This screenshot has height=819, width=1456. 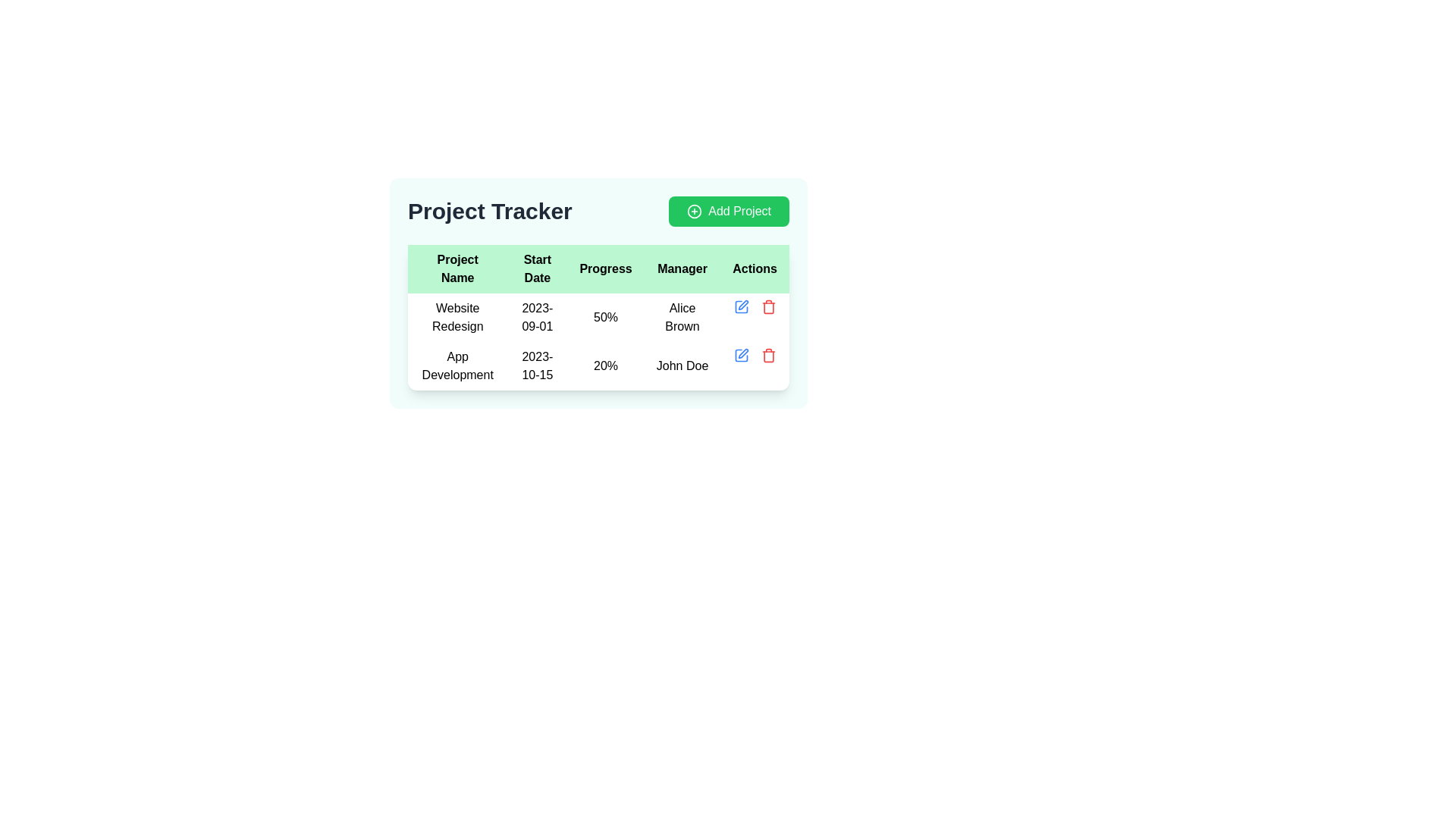 What do you see at coordinates (743, 353) in the screenshot?
I see `the edit icon in the actions column of the second row in the project tracker table` at bounding box center [743, 353].